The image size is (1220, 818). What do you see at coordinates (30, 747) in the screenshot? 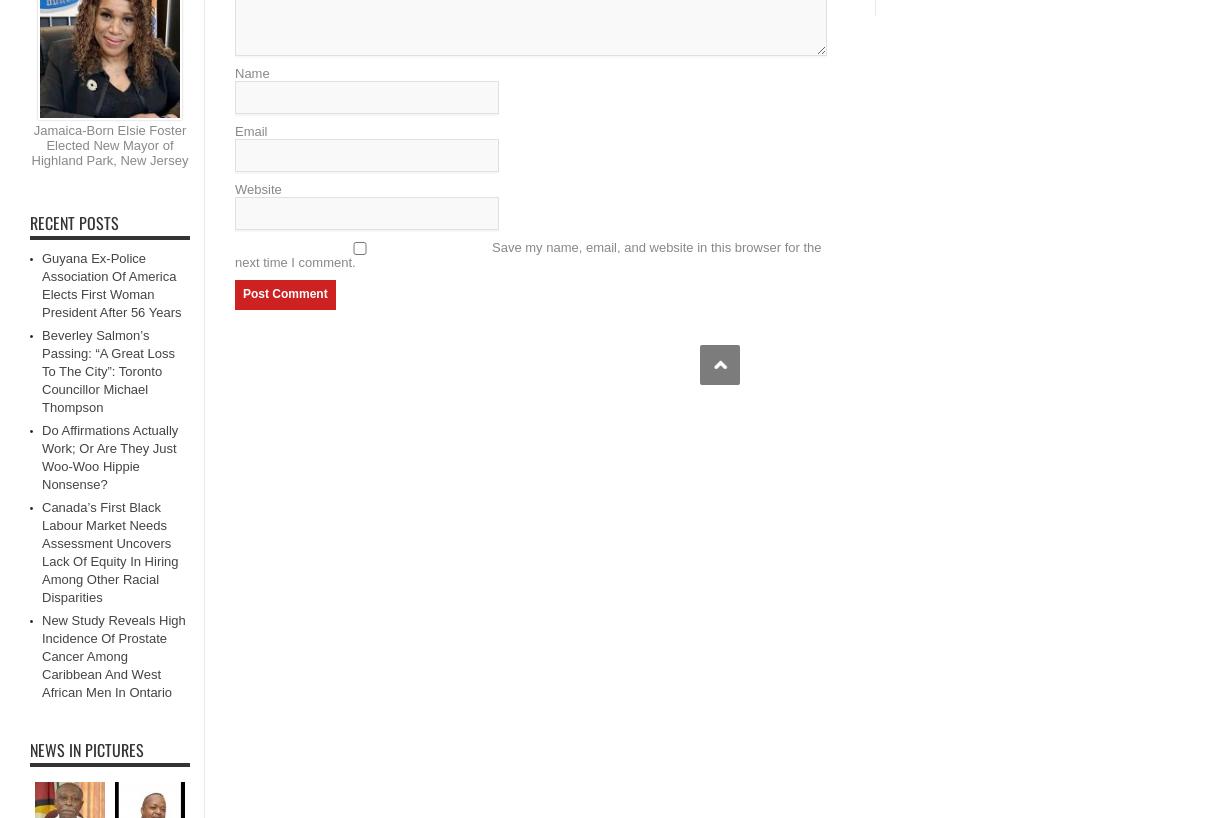
I see `'News in Pictures'` at bounding box center [30, 747].